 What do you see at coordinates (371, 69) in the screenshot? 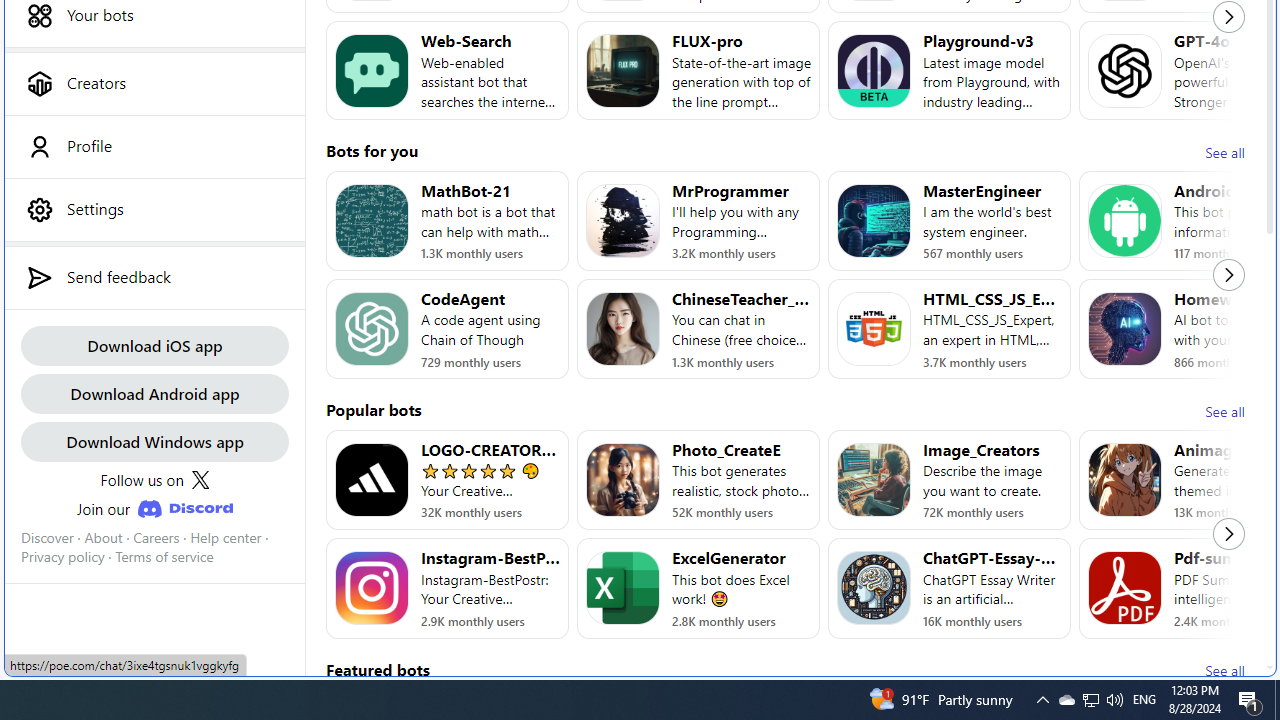
I see `'Bot image for Web-Search'` at bounding box center [371, 69].